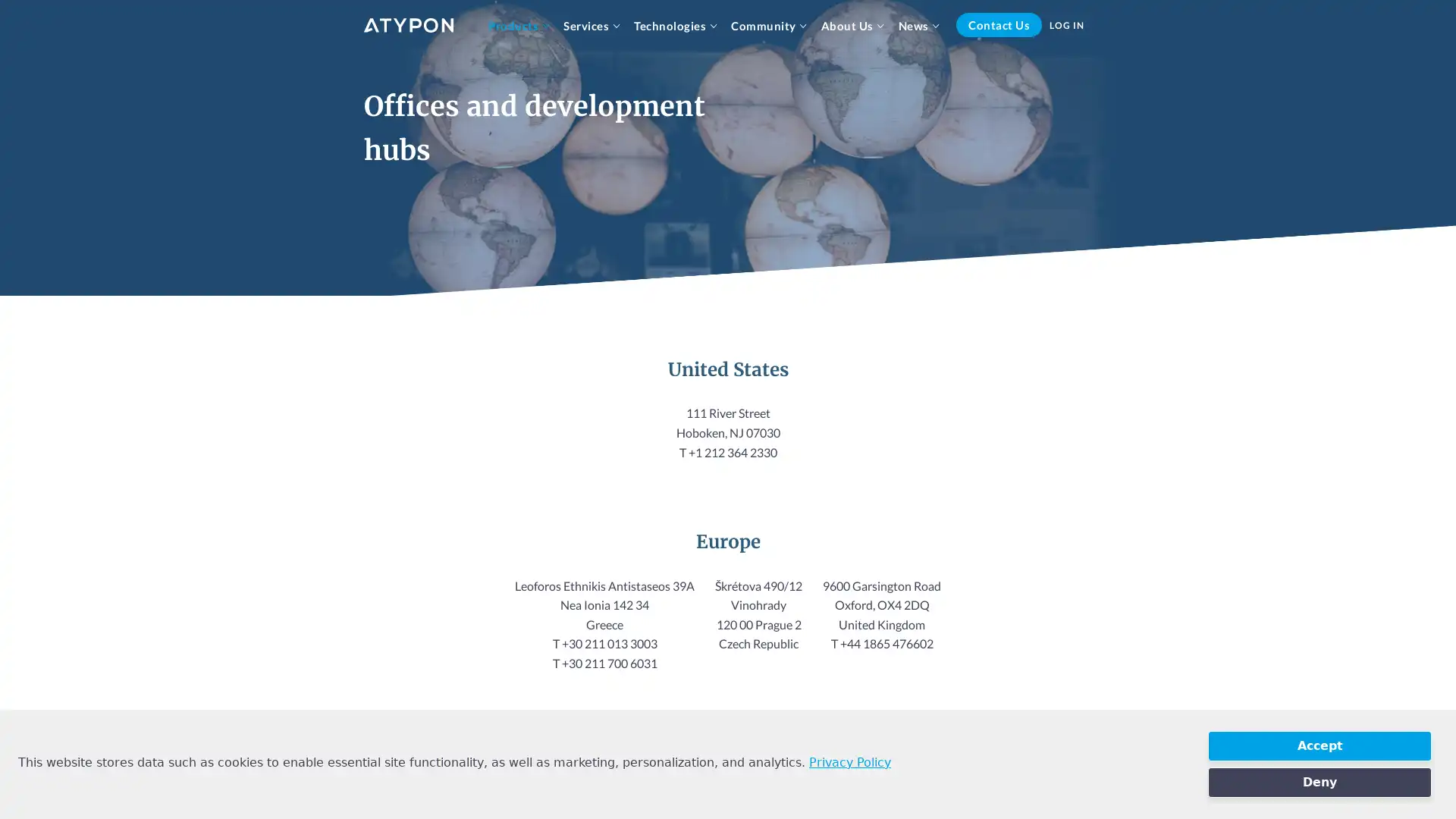 The height and width of the screenshot is (819, 1456). What do you see at coordinates (1319, 745) in the screenshot?
I see `Accept` at bounding box center [1319, 745].